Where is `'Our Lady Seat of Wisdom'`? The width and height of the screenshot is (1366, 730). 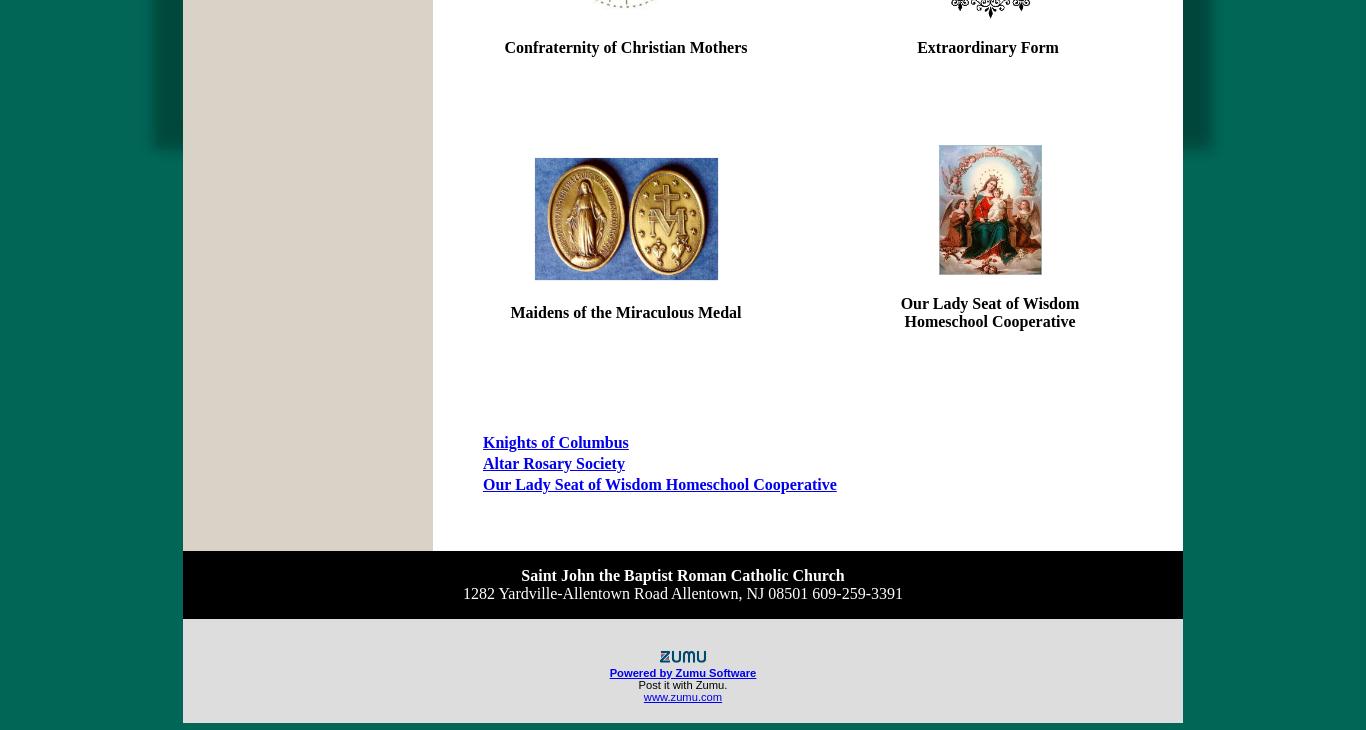
'Our Lady Seat of Wisdom' is located at coordinates (989, 303).